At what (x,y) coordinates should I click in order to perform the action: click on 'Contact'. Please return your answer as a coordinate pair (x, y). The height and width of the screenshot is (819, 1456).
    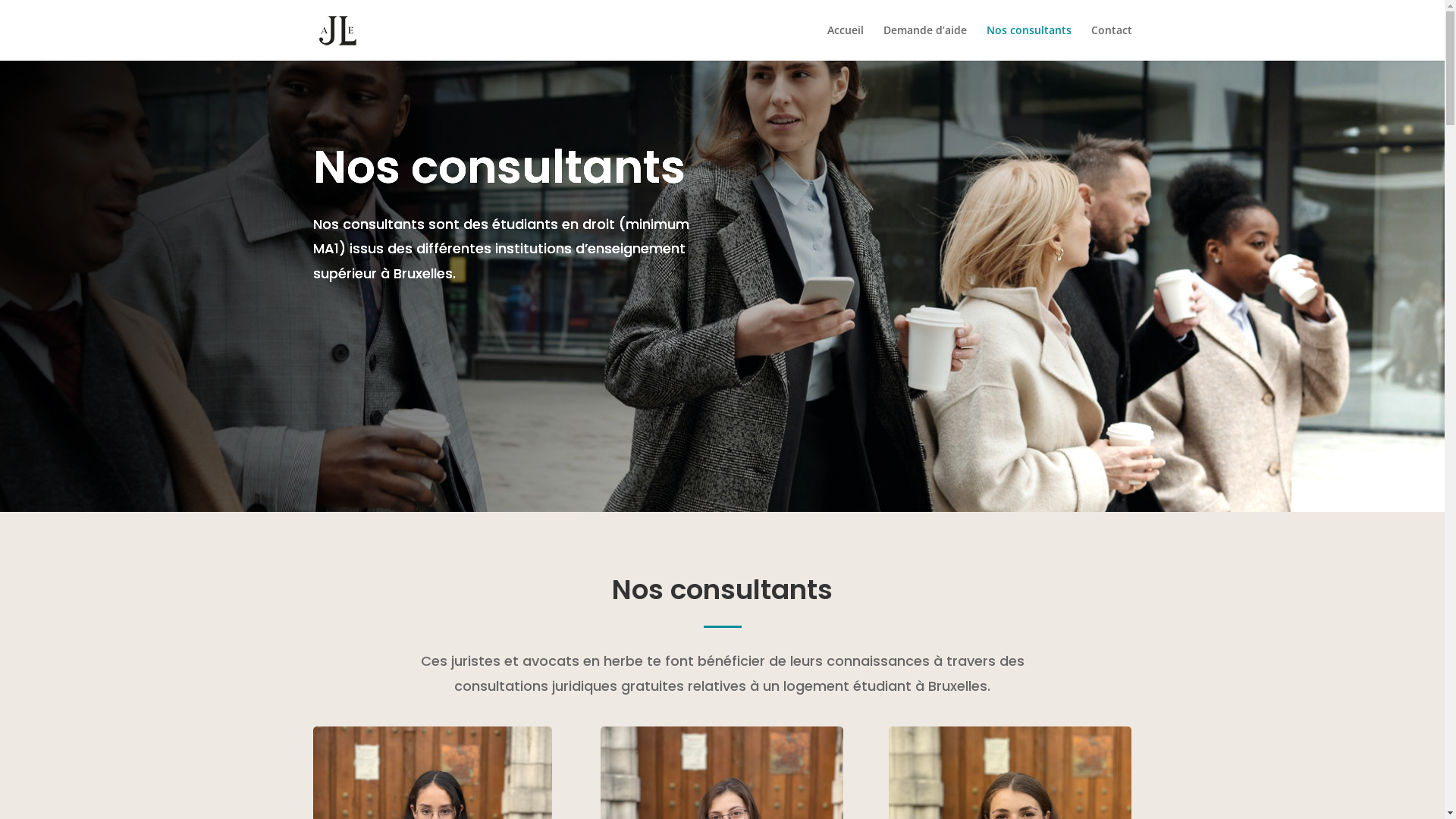
    Looking at the image, I should click on (1110, 42).